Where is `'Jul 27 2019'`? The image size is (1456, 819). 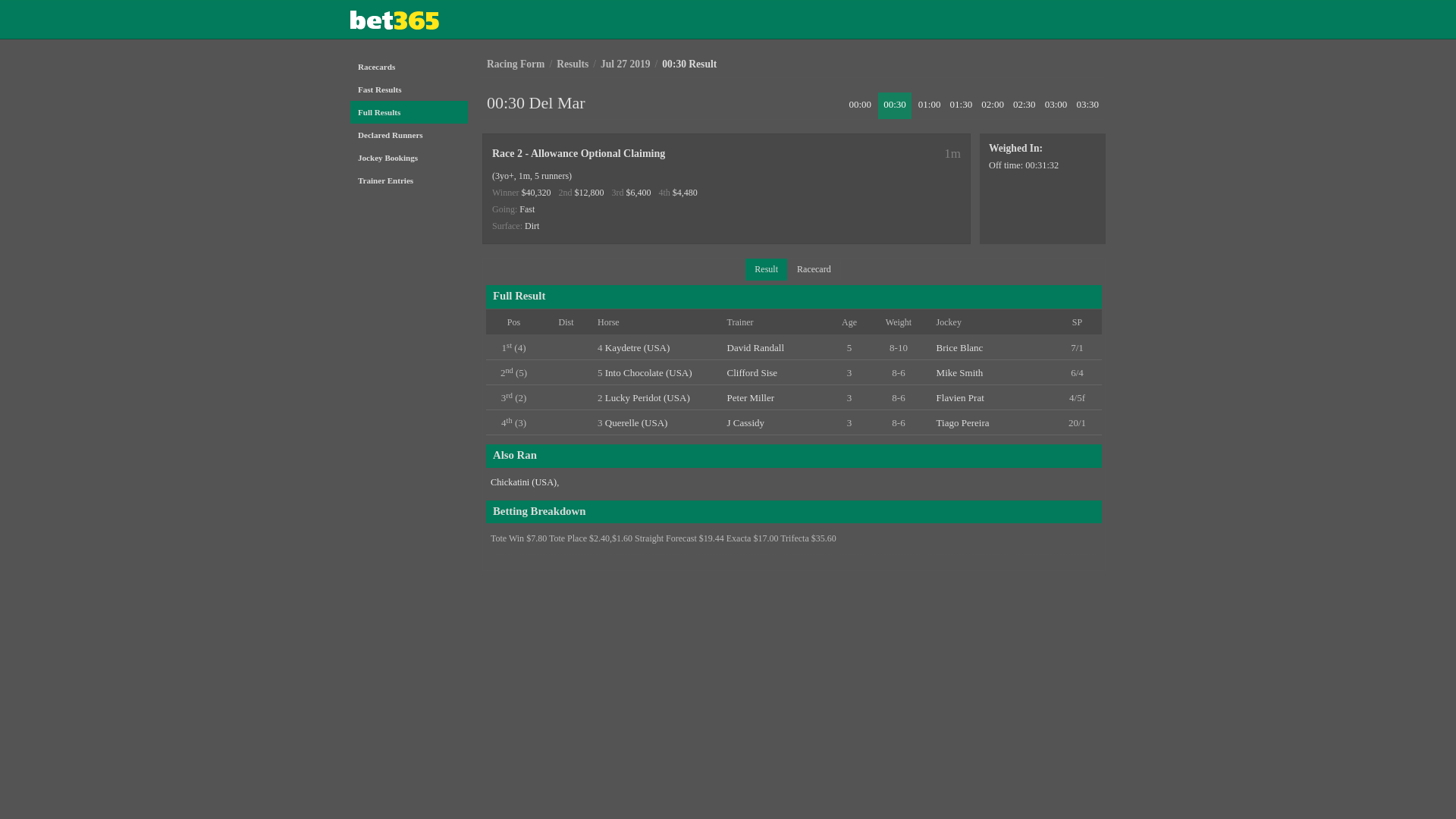
'Jul 27 2019' is located at coordinates (626, 63).